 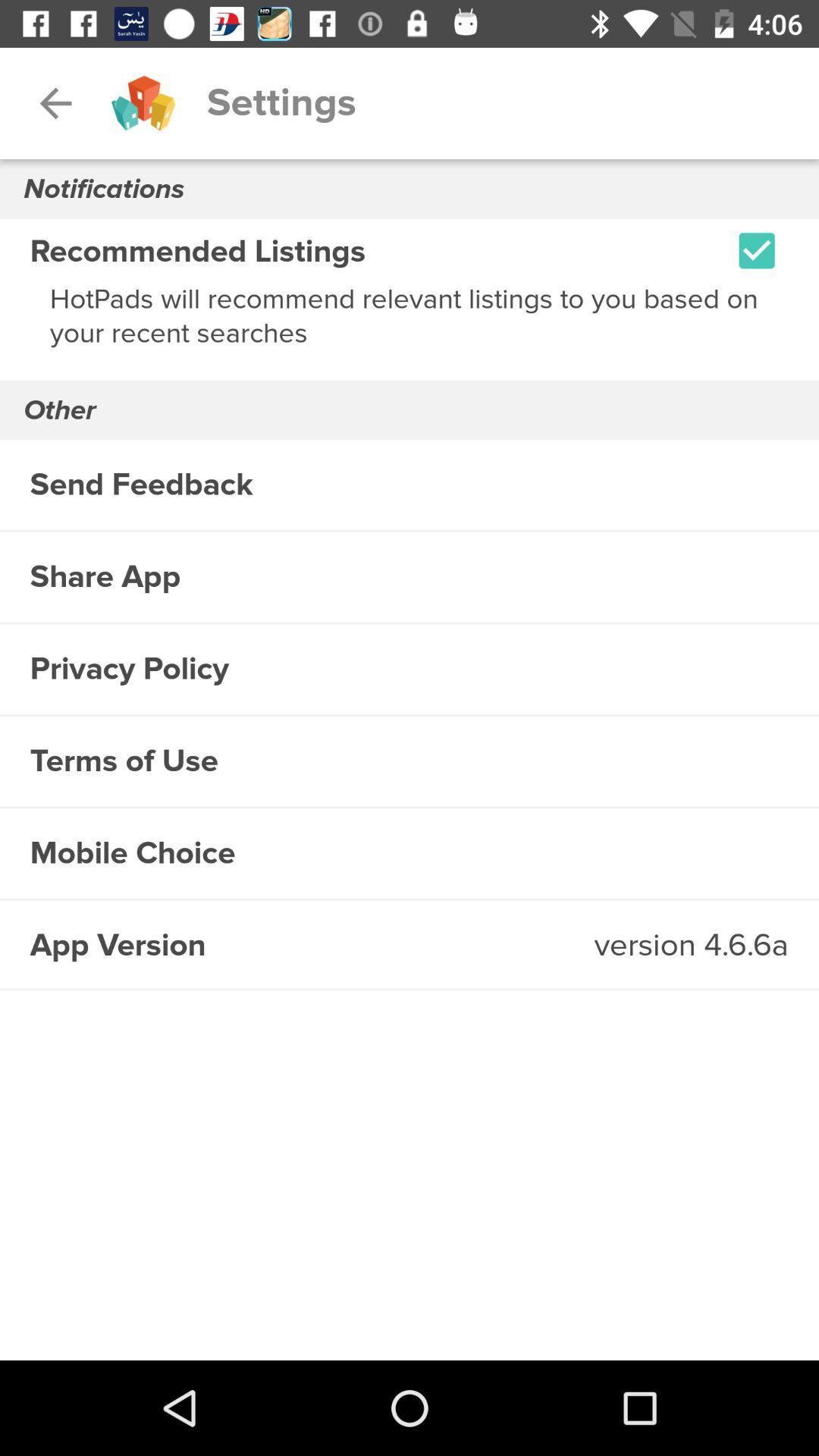 What do you see at coordinates (757, 250) in the screenshot?
I see `icon at the top right corner` at bounding box center [757, 250].